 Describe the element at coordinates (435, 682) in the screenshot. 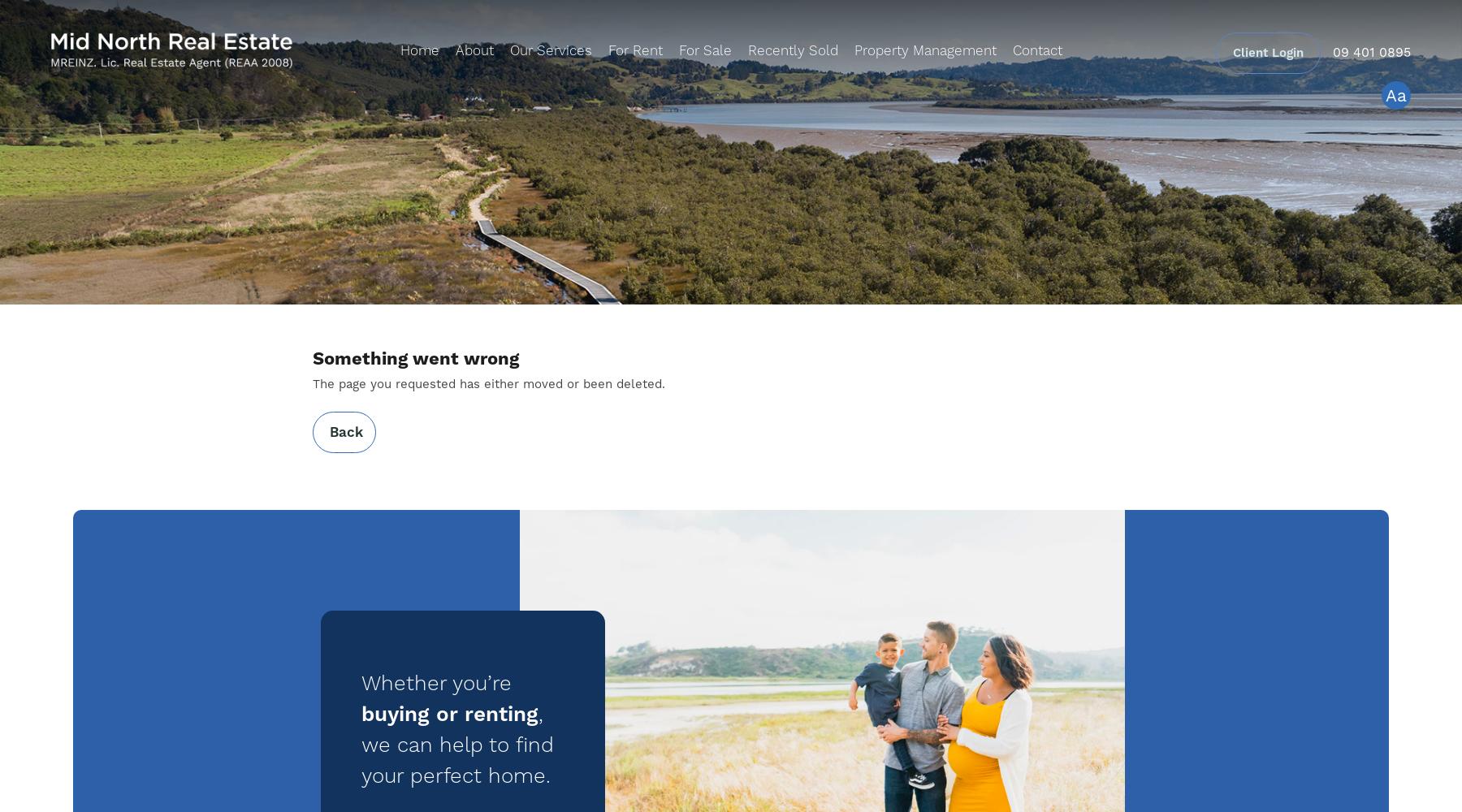

I see `'Whether you’re'` at that location.